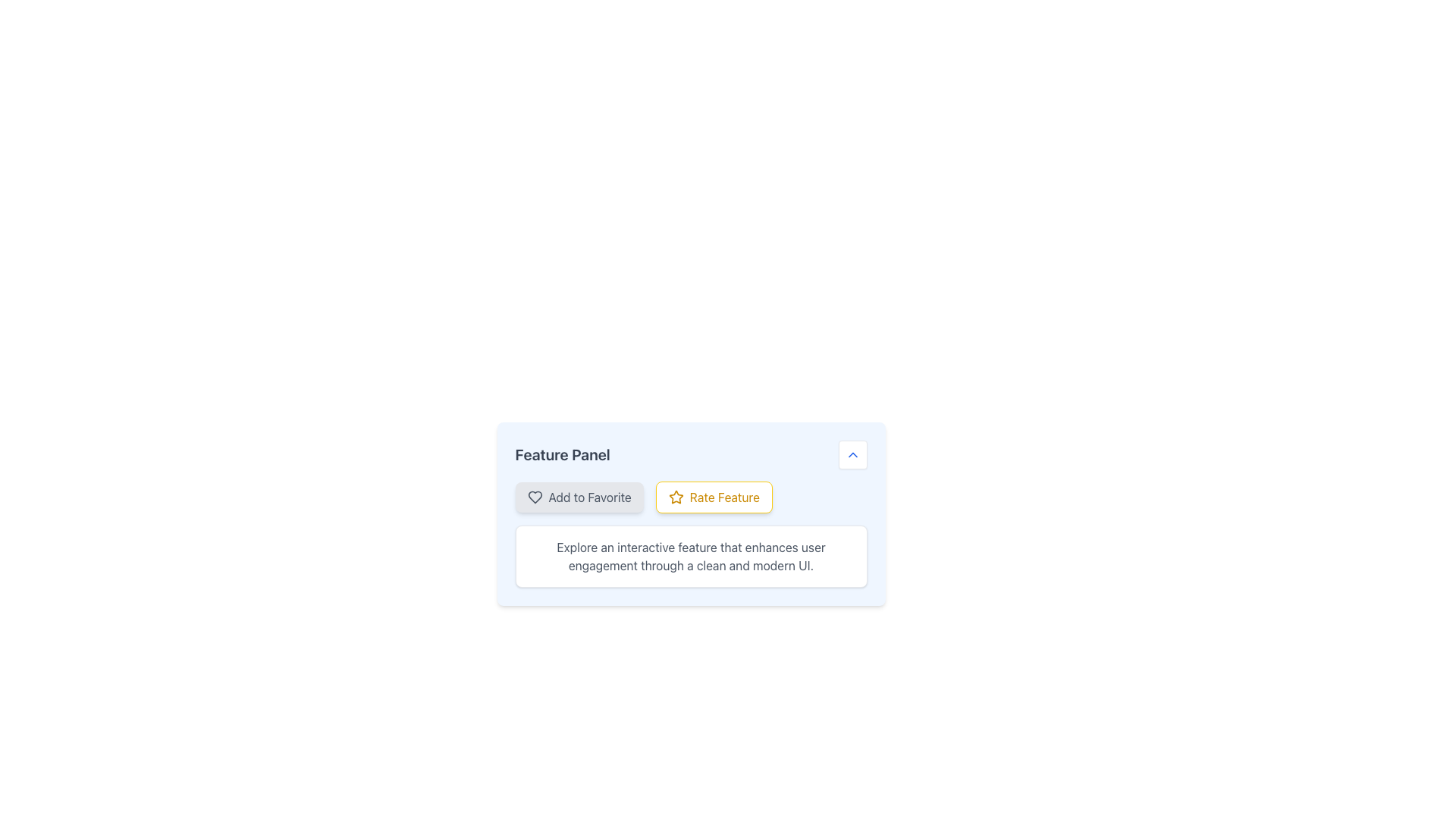  Describe the element at coordinates (690, 556) in the screenshot. I see `informative text displayed in the Informational Text Box located within the Feature Panel, positioned below the 'Add to Favorite' and 'Rate Feature' buttons` at that location.